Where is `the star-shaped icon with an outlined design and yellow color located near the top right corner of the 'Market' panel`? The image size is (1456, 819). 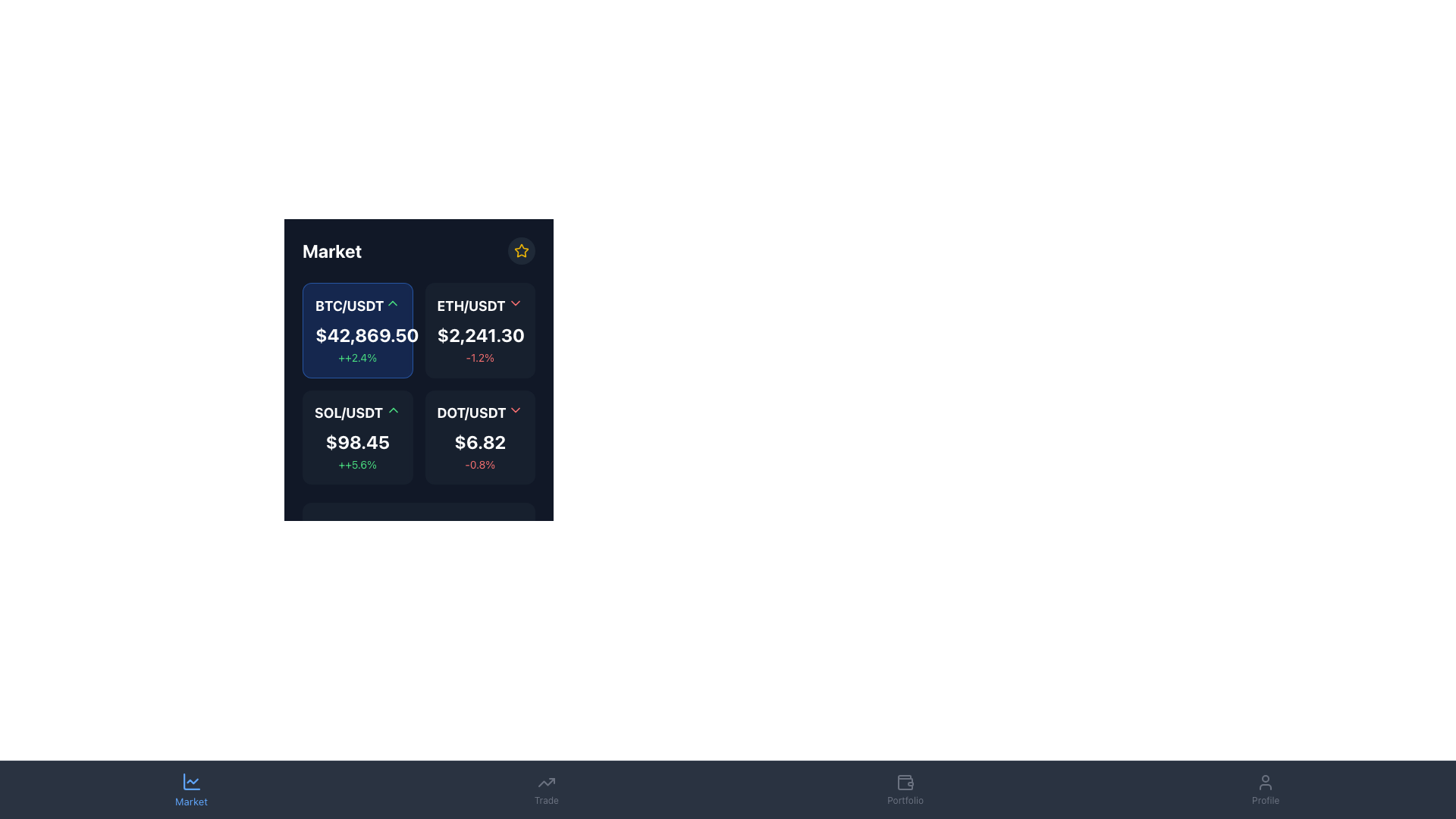 the star-shaped icon with an outlined design and yellow color located near the top right corner of the 'Market' panel is located at coordinates (521, 249).